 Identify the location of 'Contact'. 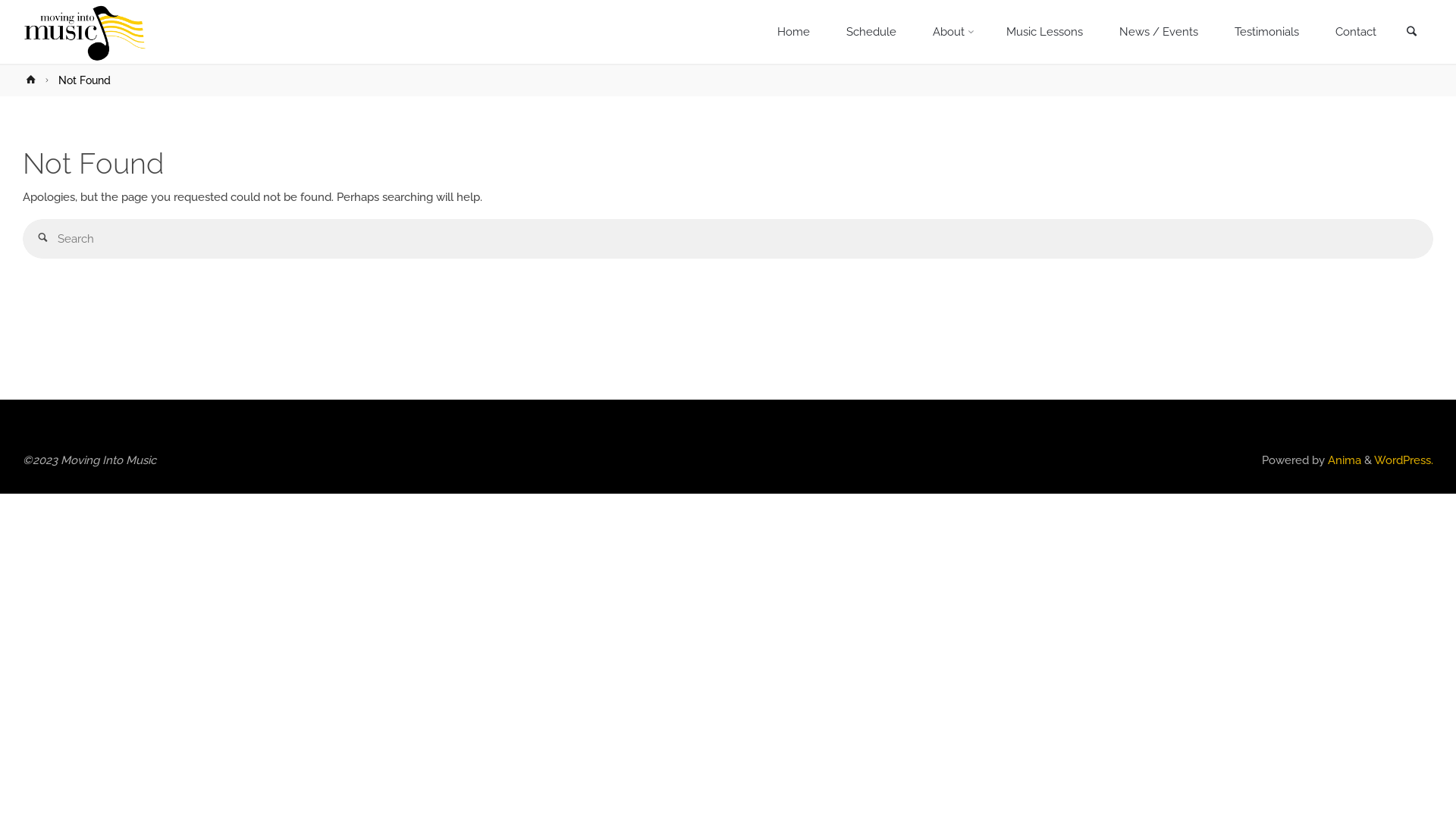
(1355, 32).